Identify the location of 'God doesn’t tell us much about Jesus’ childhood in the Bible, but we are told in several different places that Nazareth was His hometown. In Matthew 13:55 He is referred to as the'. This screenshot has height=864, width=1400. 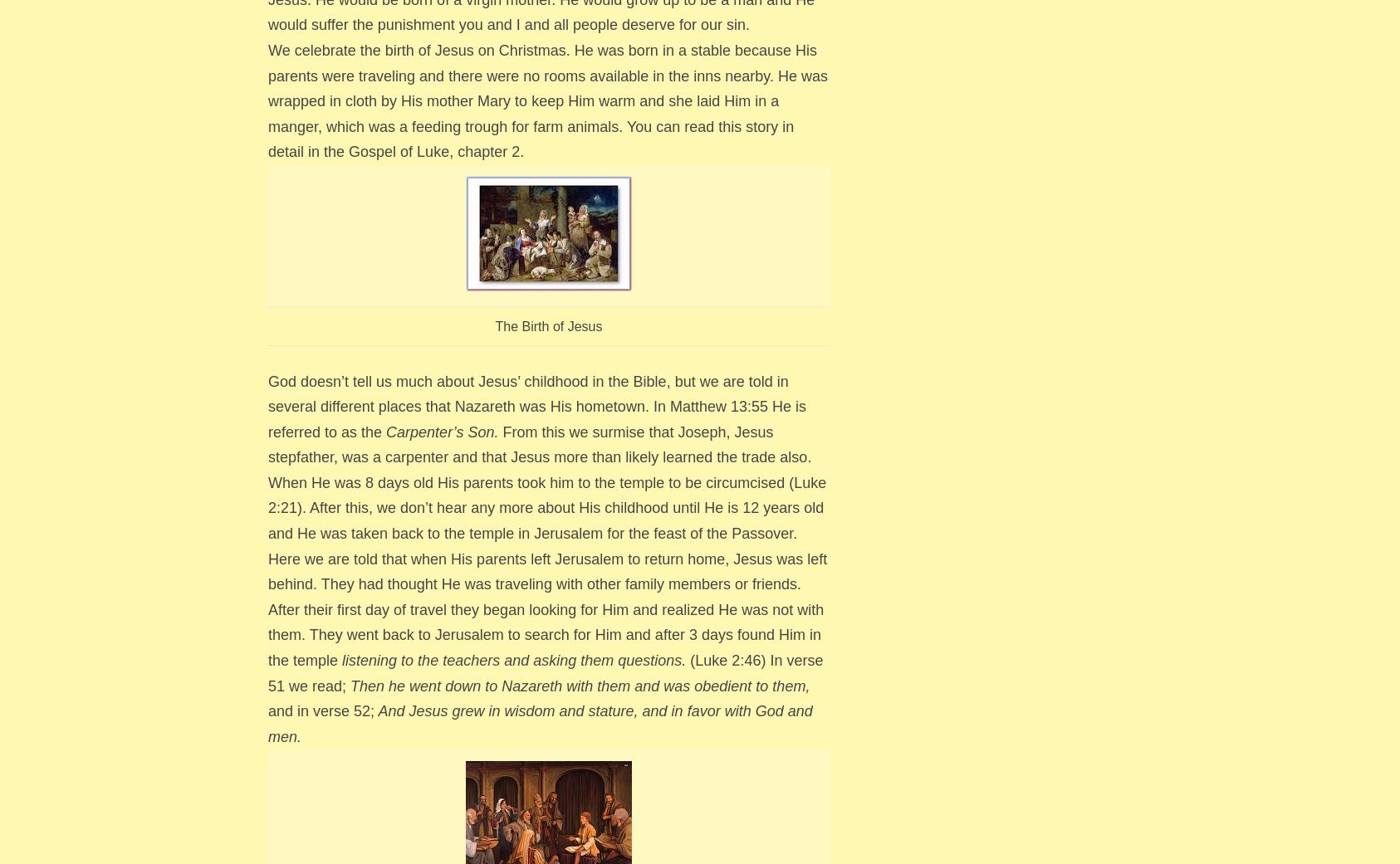
(267, 405).